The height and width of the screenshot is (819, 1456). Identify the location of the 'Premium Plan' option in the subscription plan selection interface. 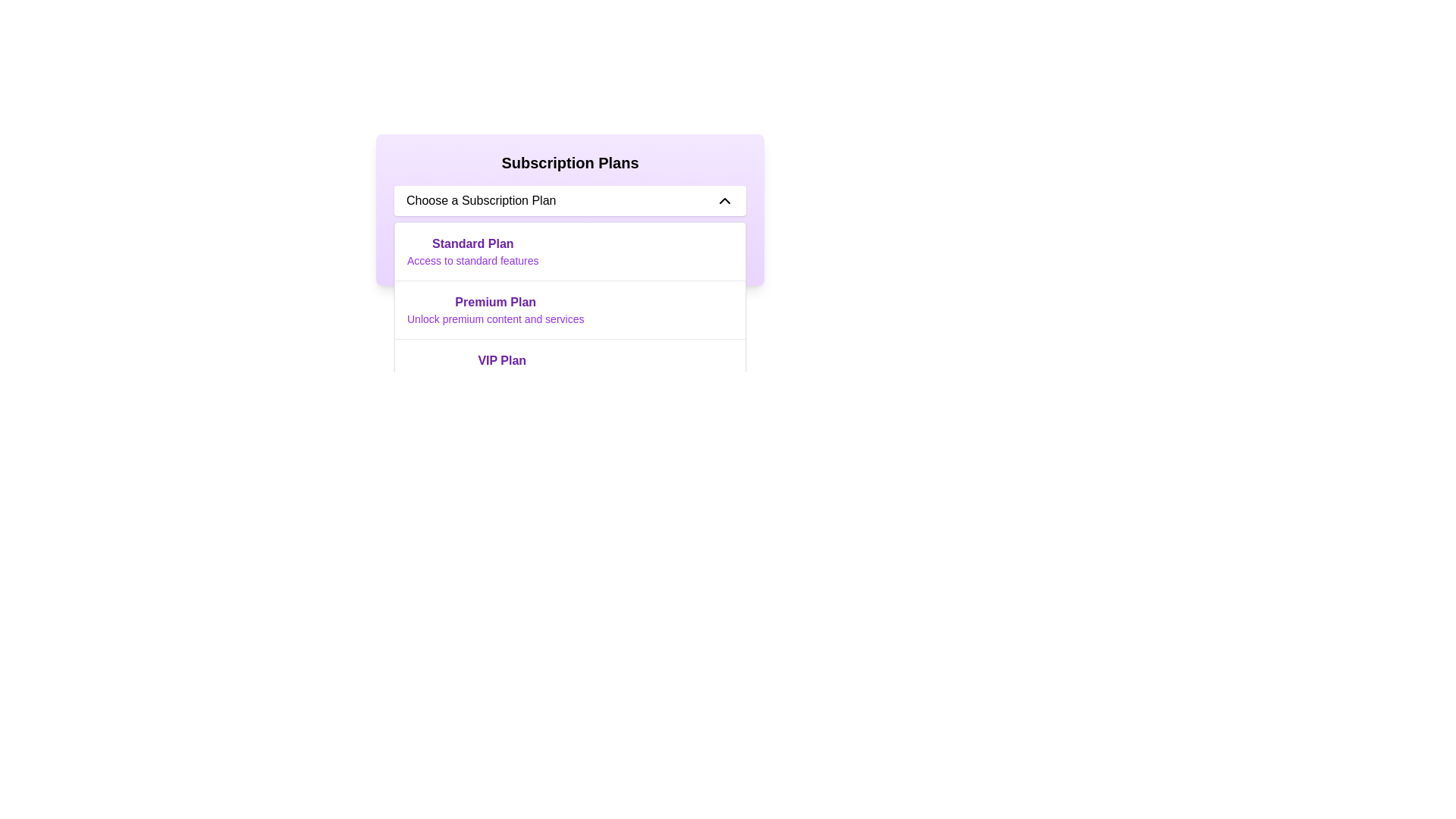
(570, 309).